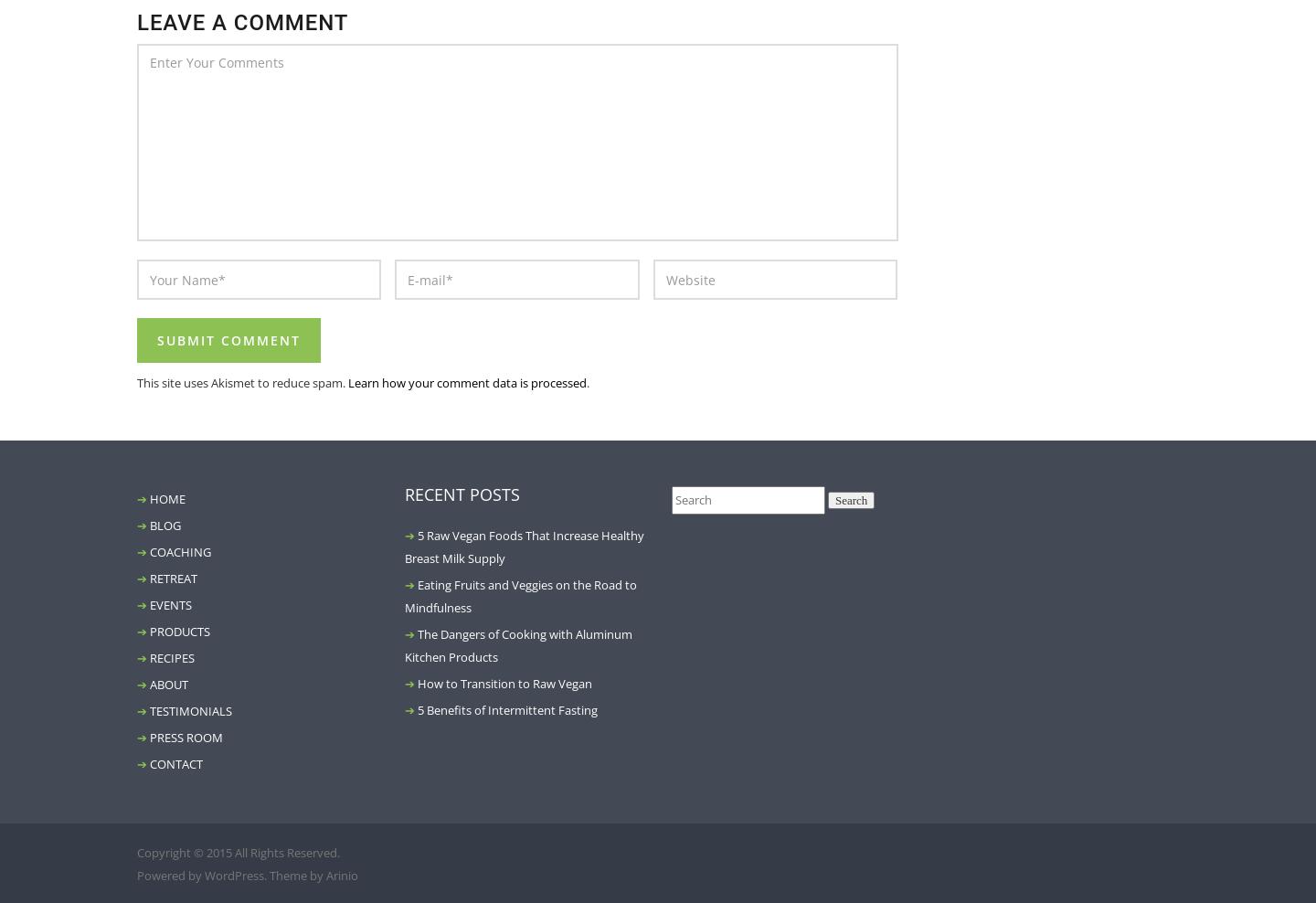 This screenshot has width=1316, height=903. Describe the element at coordinates (172, 657) in the screenshot. I see `'RECIPES'` at that location.